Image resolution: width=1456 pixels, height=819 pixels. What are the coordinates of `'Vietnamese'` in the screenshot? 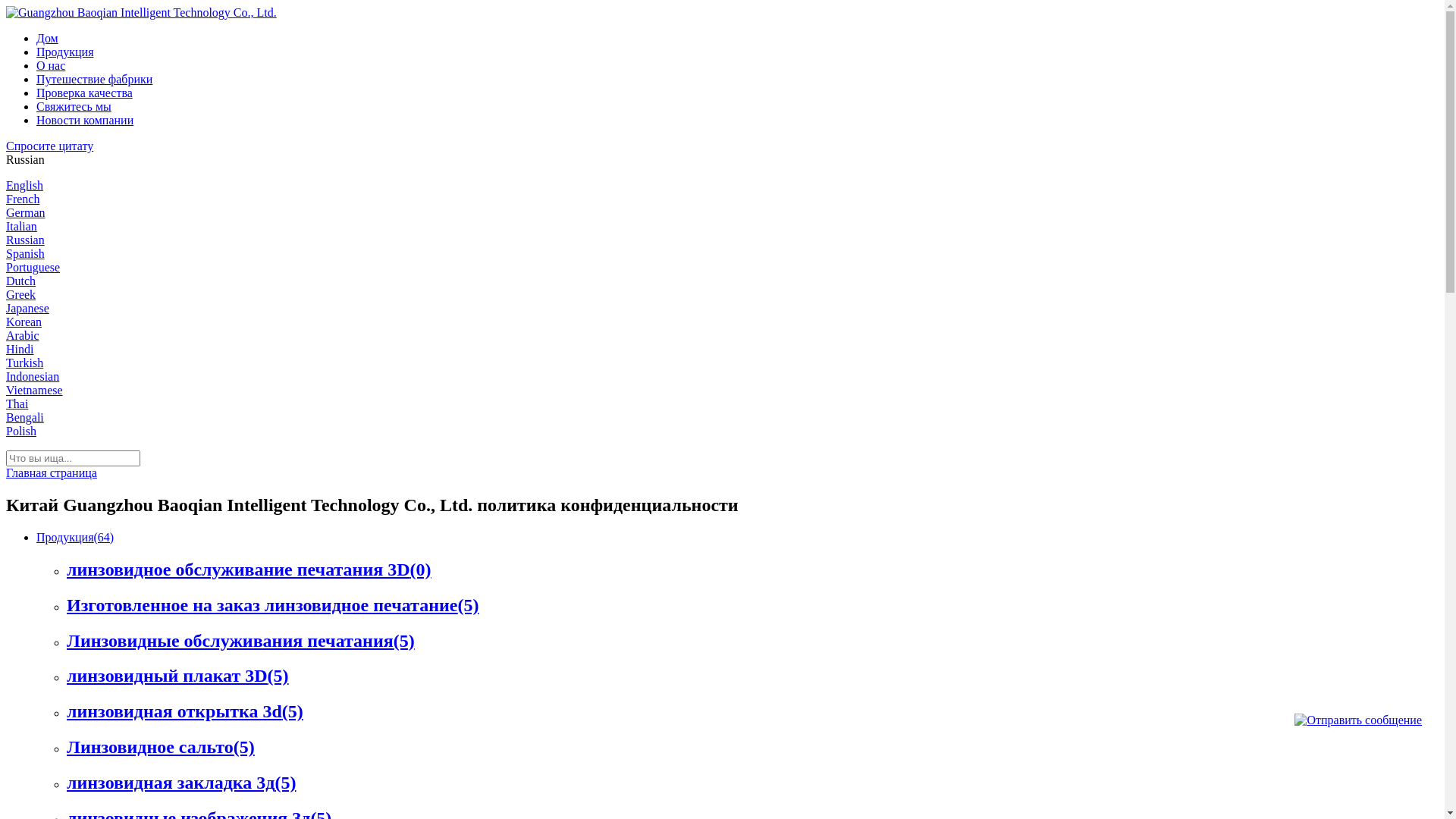 It's located at (34, 389).